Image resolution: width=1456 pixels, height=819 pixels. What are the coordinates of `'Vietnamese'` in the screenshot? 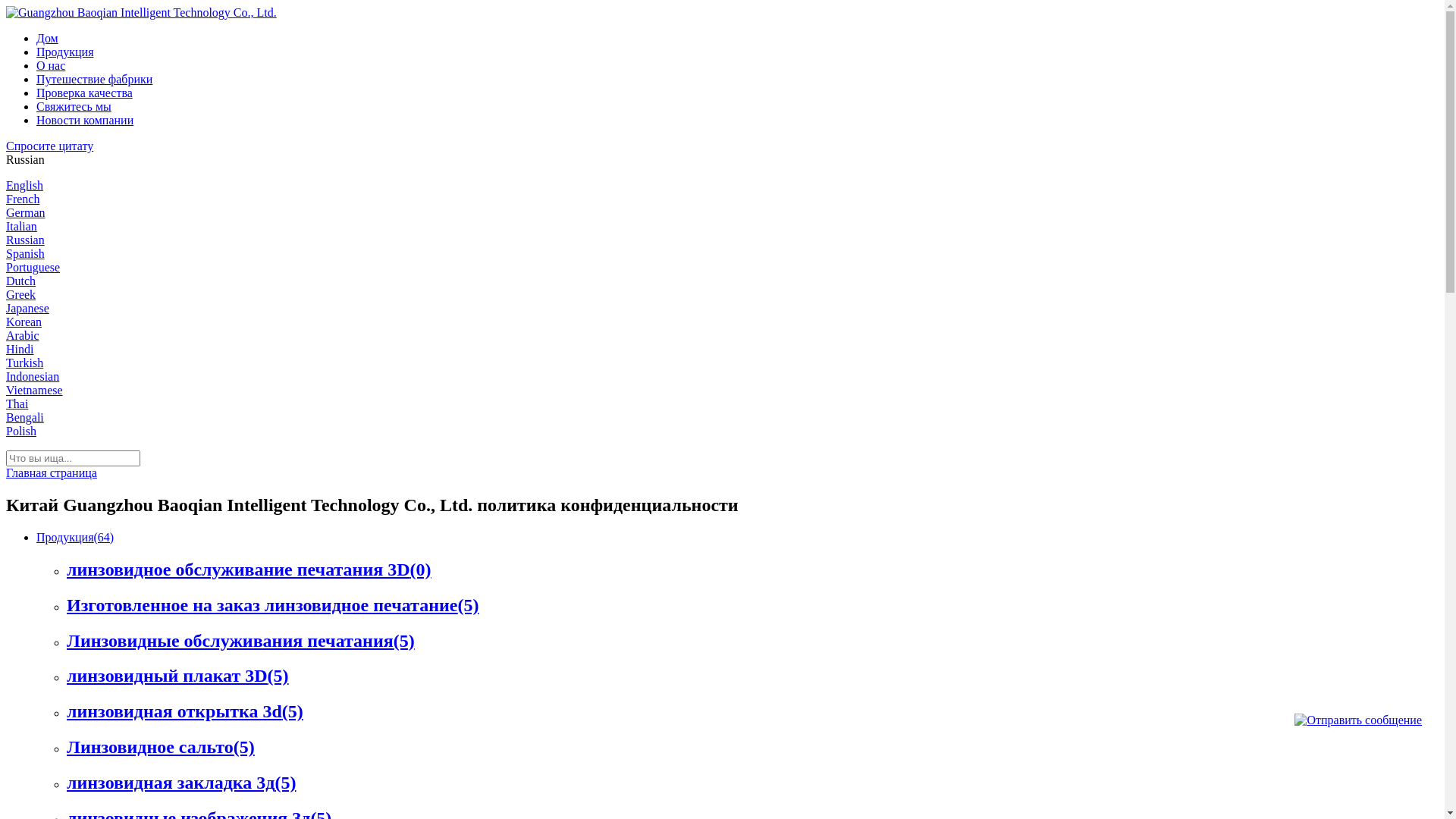 It's located at (34, 389).